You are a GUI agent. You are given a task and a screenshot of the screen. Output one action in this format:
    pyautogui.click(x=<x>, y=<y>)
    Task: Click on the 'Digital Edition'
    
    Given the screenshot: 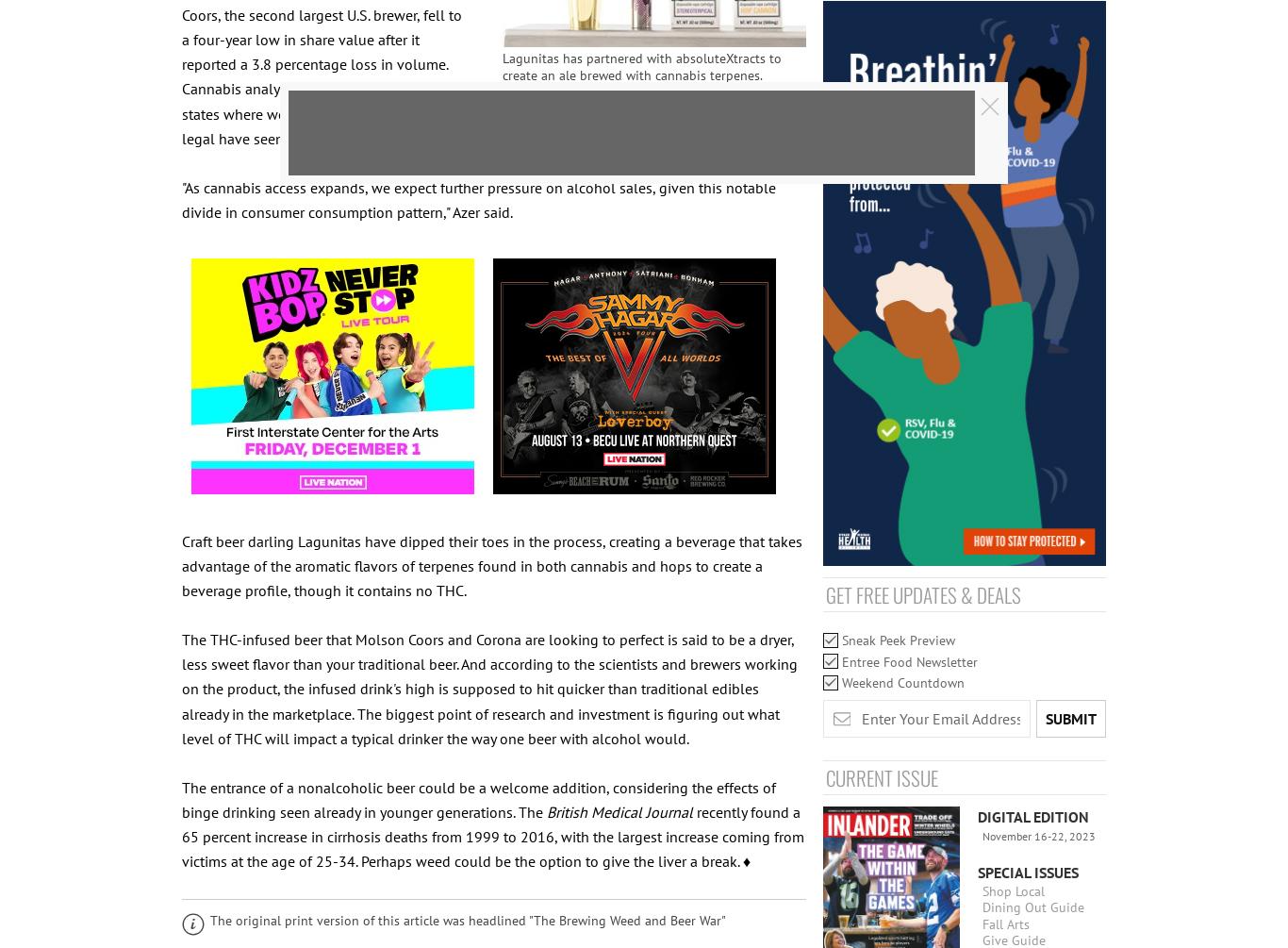 What is the action you would take?
    pyautogui.click(x=977, y=816)
    